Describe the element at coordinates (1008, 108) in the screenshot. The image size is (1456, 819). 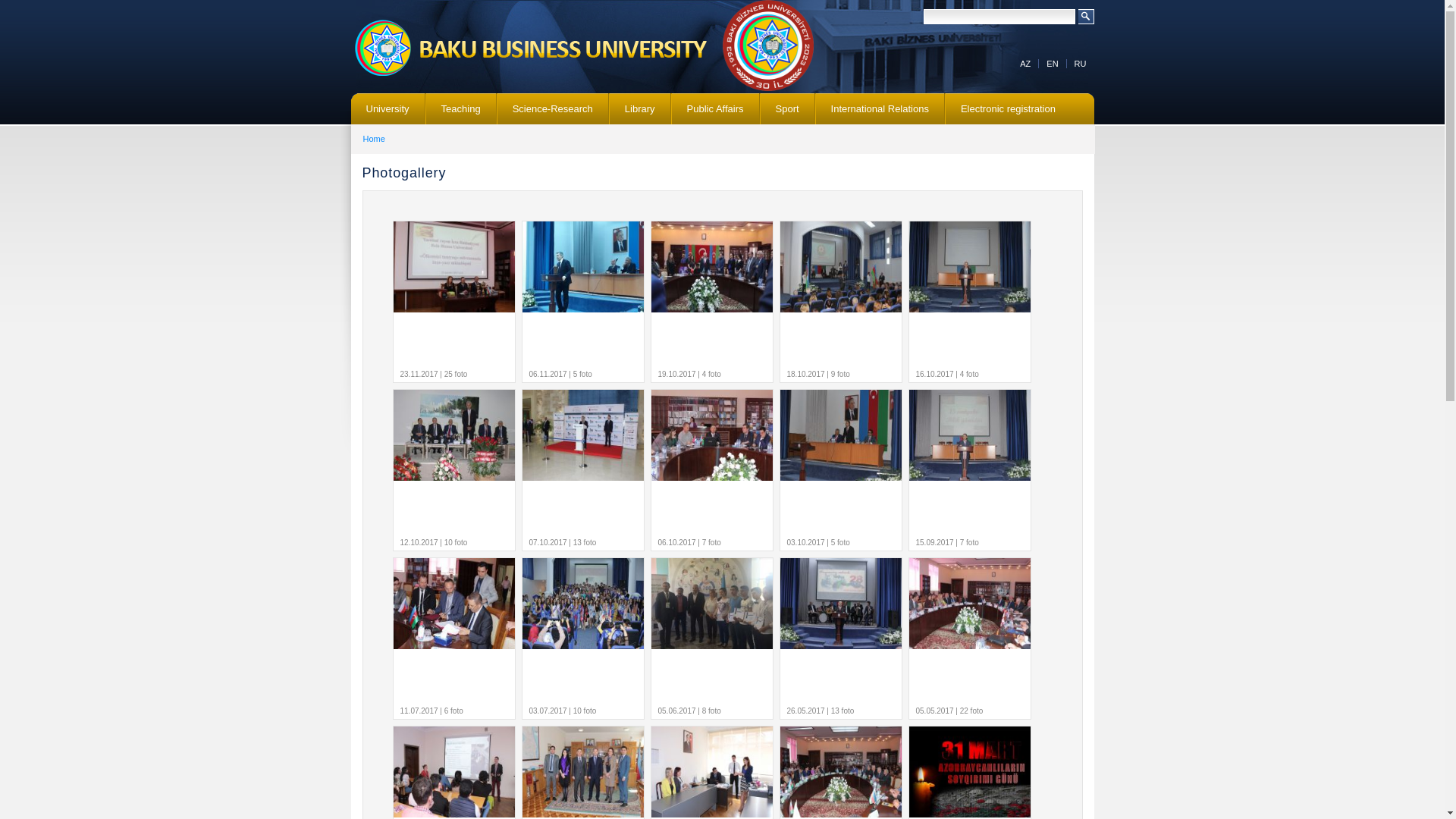
I see `'Electronic registration'` at that location.